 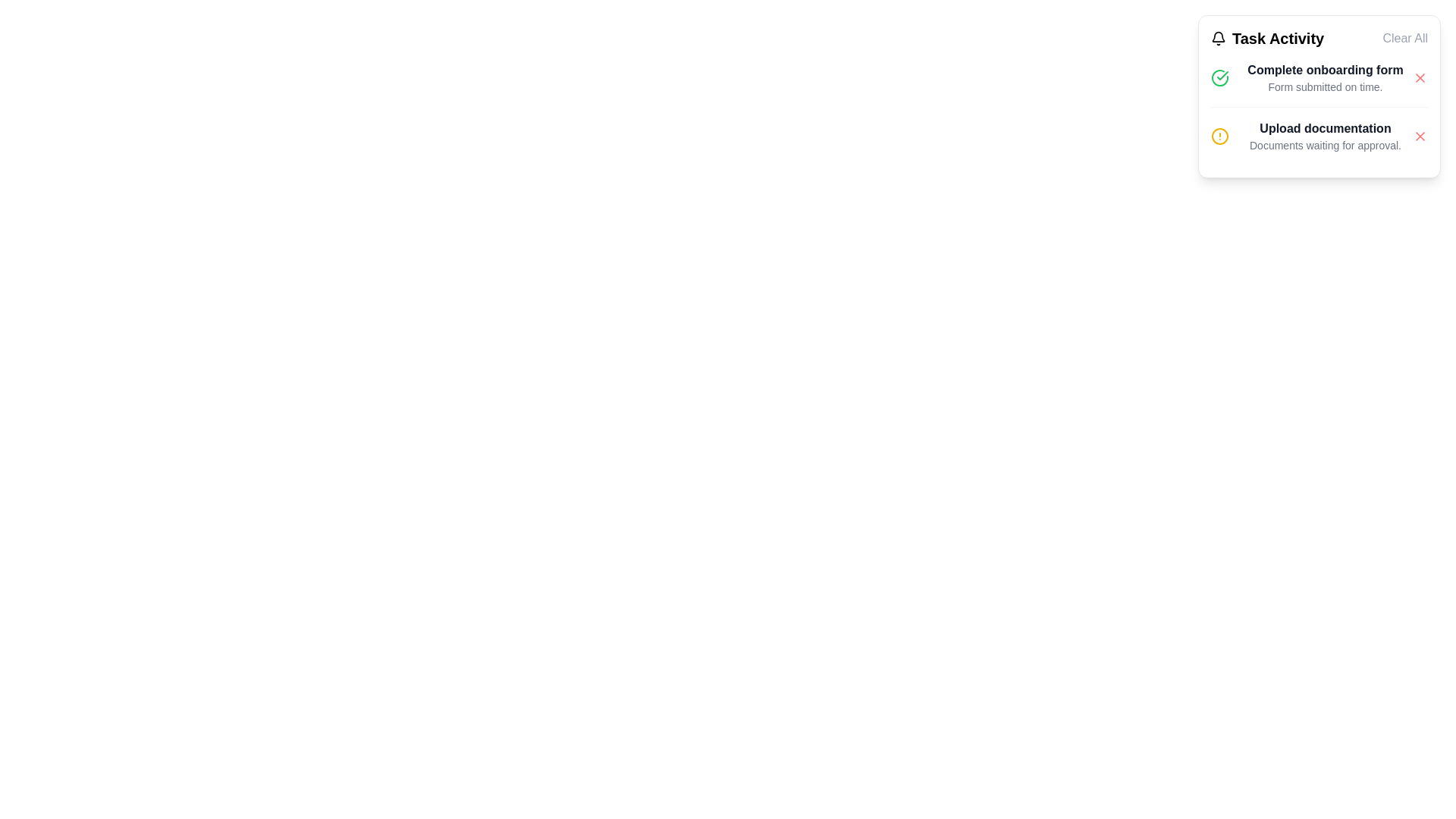 What do you see at coordinates (1318, 78) in the screenshot?
I see `the first task entry in the 'Task Activity' notification panel` at bounding box center [1318, 78].